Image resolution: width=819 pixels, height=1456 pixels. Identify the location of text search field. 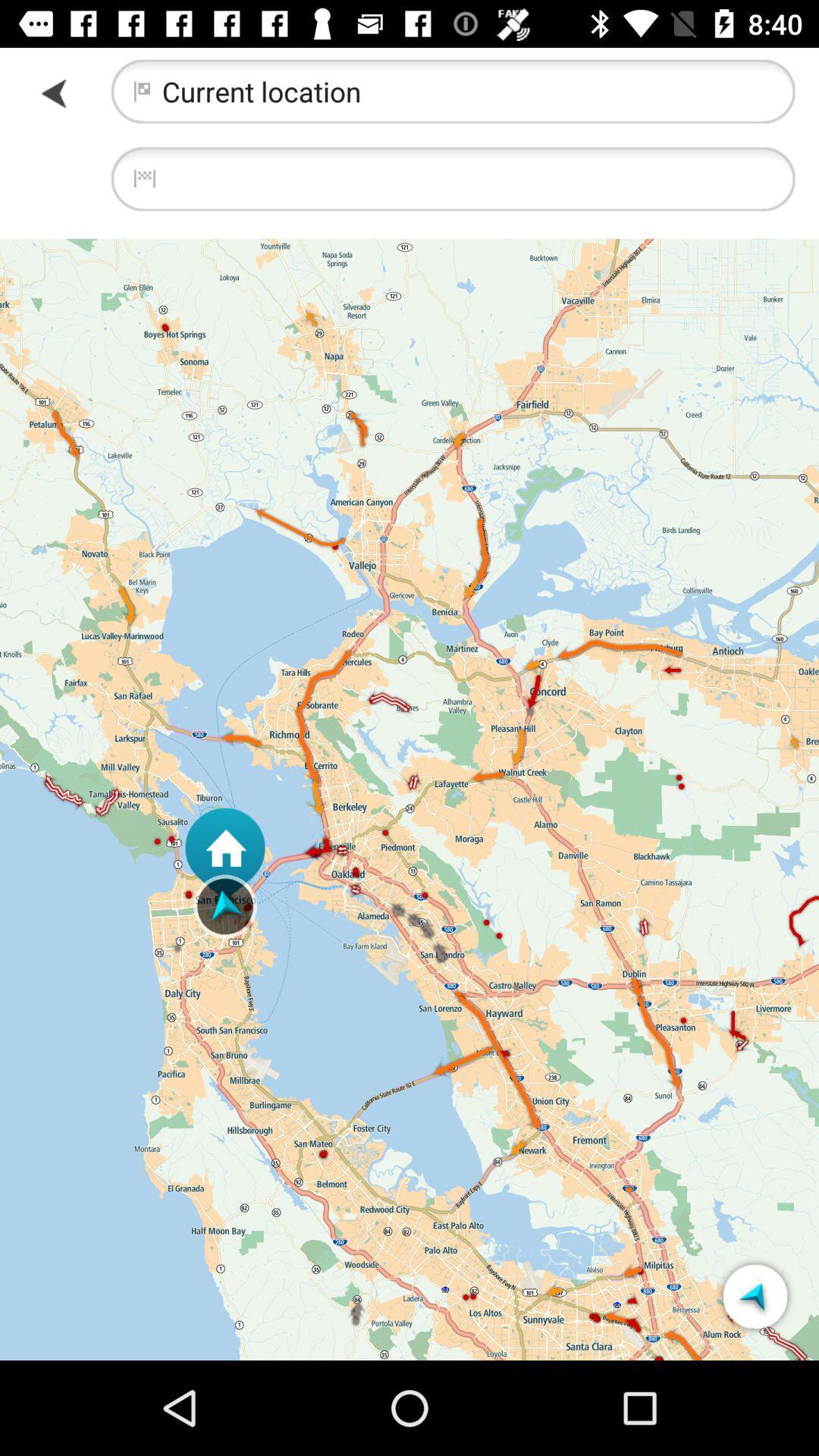
(452, 179).